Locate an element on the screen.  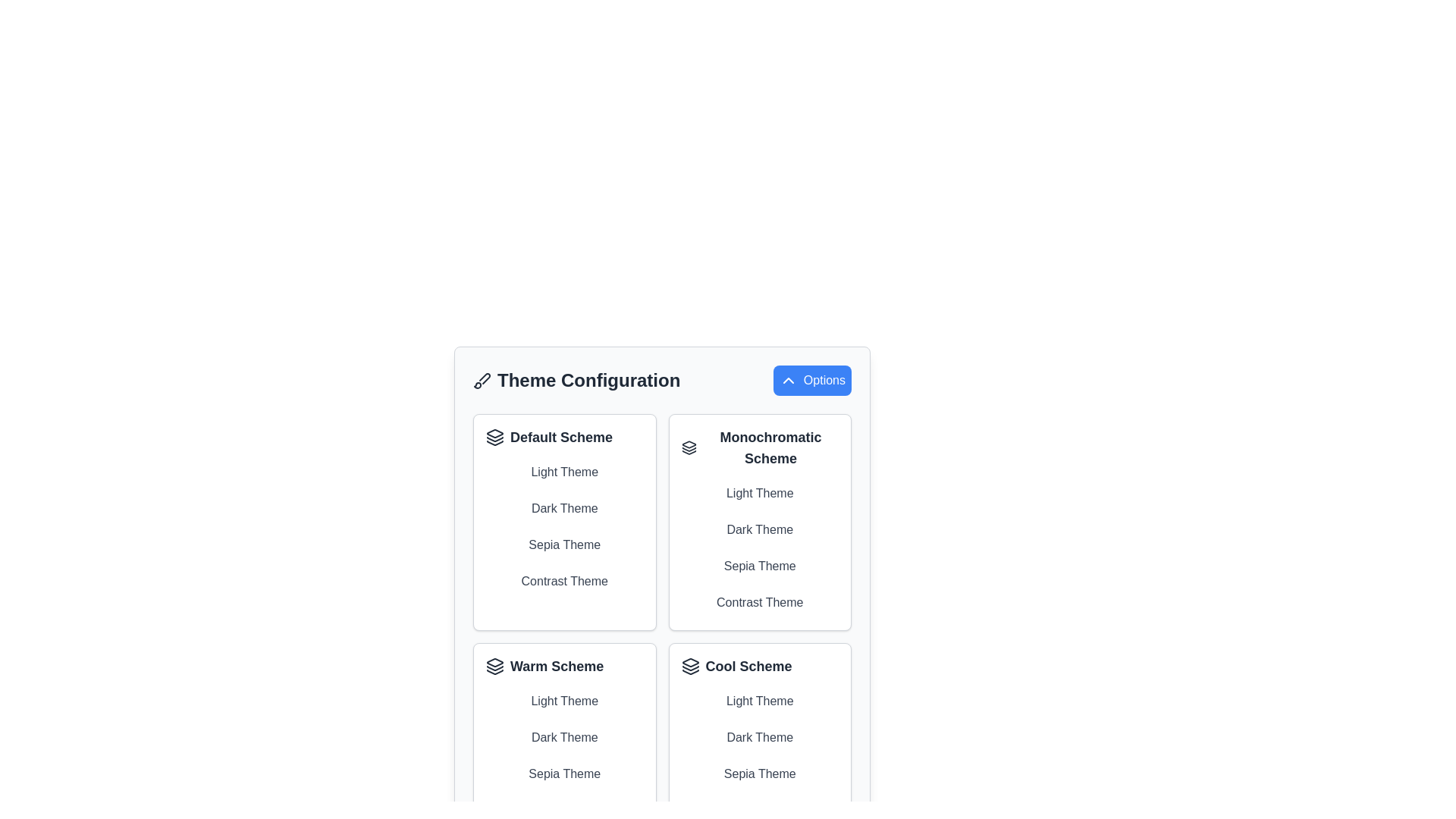
the 'Sepia Theme' text label, which is styled with a rounded rectangle background and gray text color, located in the 'Cool Scheme' section in the bottom right quadrant is located at coordinates (760, 774).